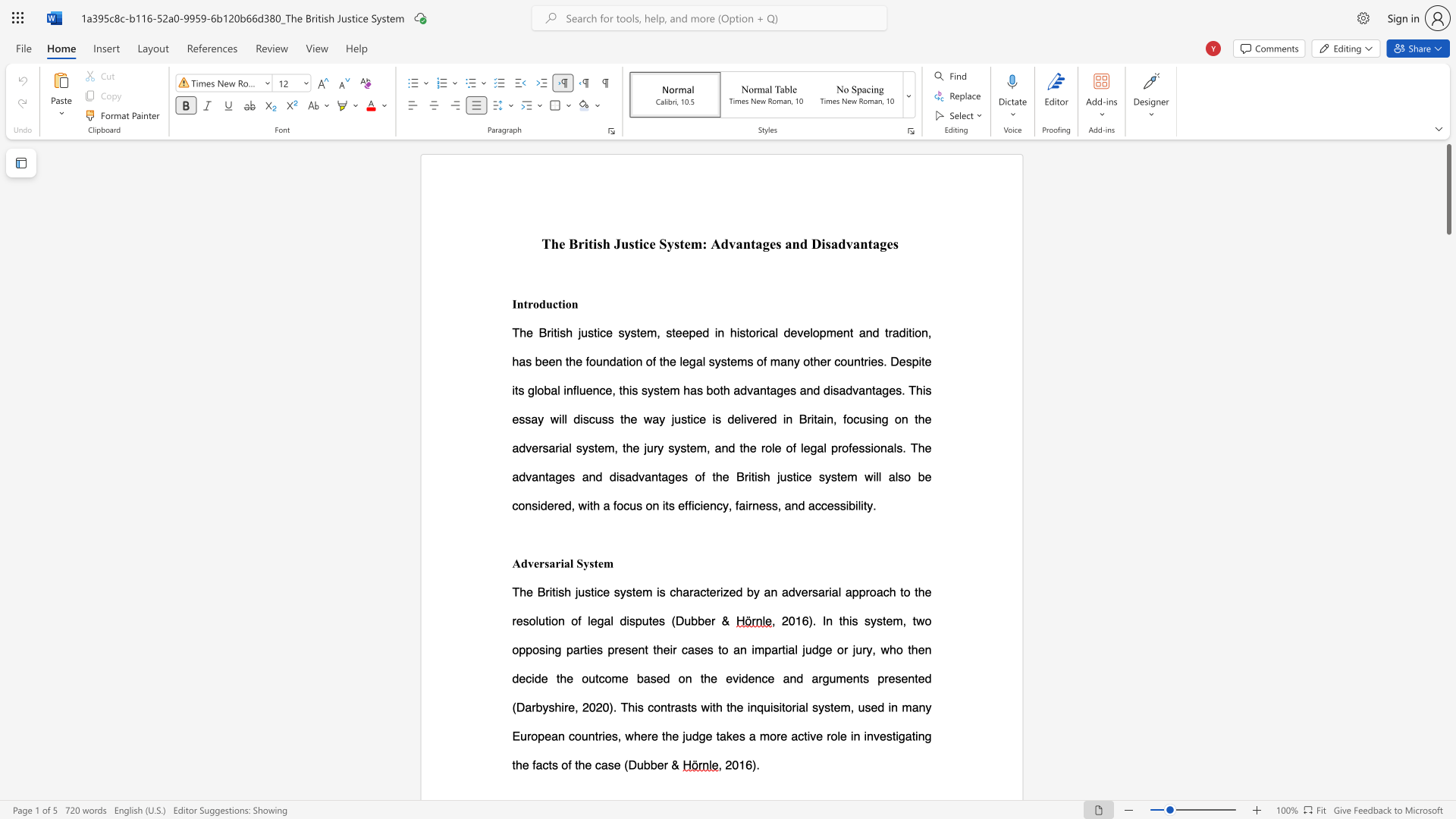 This screenshot has width=1456, height=819. What do you see at coordinates (551, 563) in the screenshot?
I see `the 1th character "a" in the text` at bounding box center [551, 563].